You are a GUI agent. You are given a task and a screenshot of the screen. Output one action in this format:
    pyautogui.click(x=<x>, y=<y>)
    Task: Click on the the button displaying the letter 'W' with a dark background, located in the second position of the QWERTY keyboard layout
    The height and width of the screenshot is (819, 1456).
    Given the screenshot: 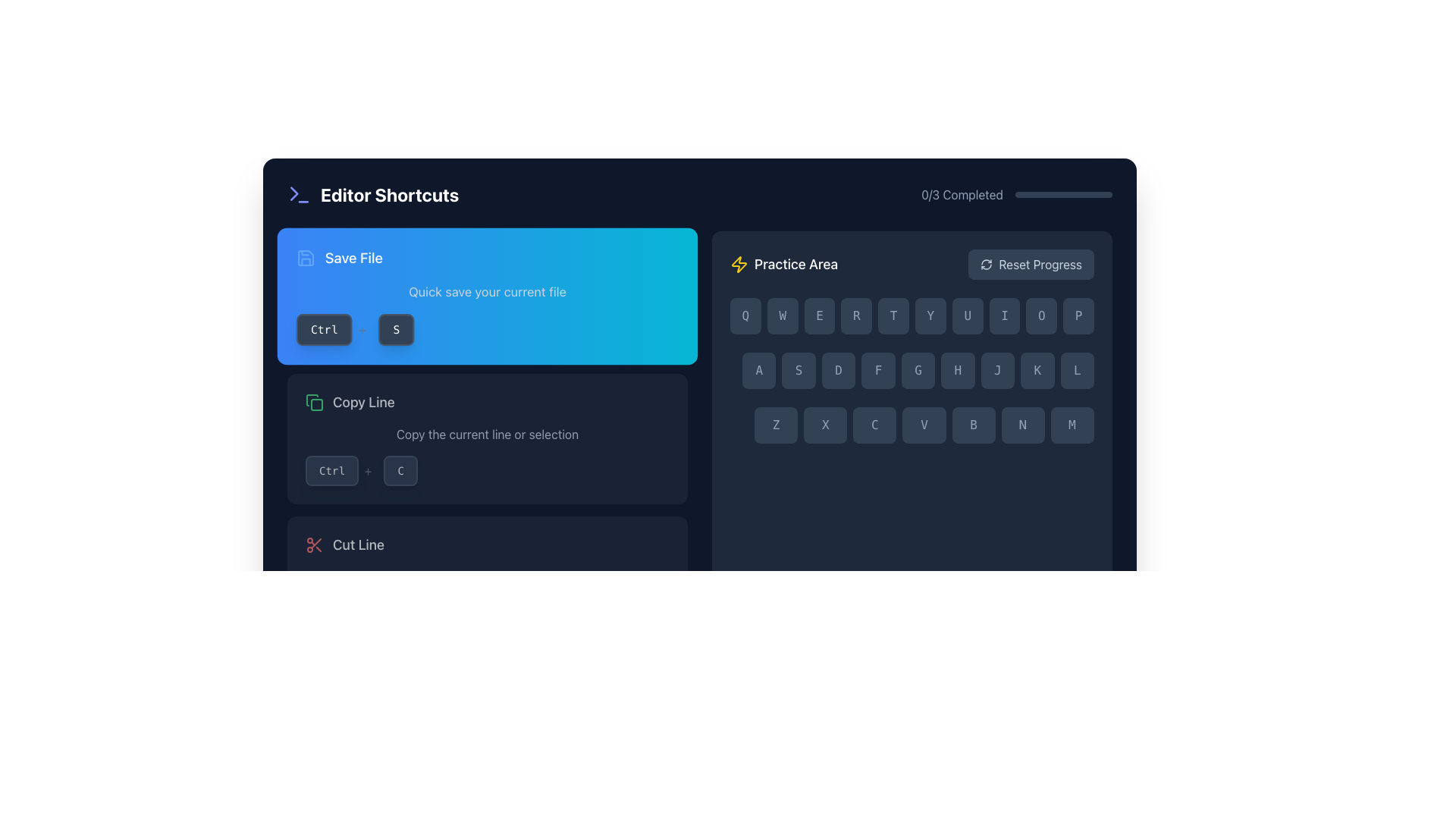 What is the action you would take?
    pyautogui.click(x=783, y=315)
    